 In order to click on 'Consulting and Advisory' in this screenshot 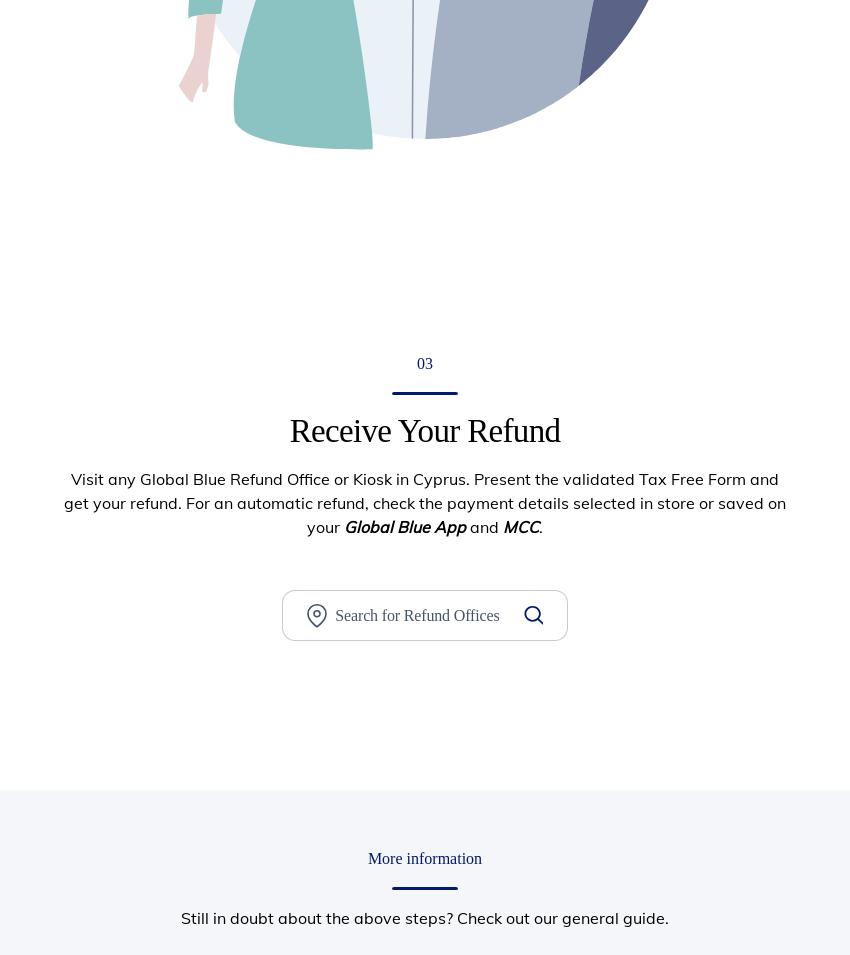, I will do `click(532, 534)`.